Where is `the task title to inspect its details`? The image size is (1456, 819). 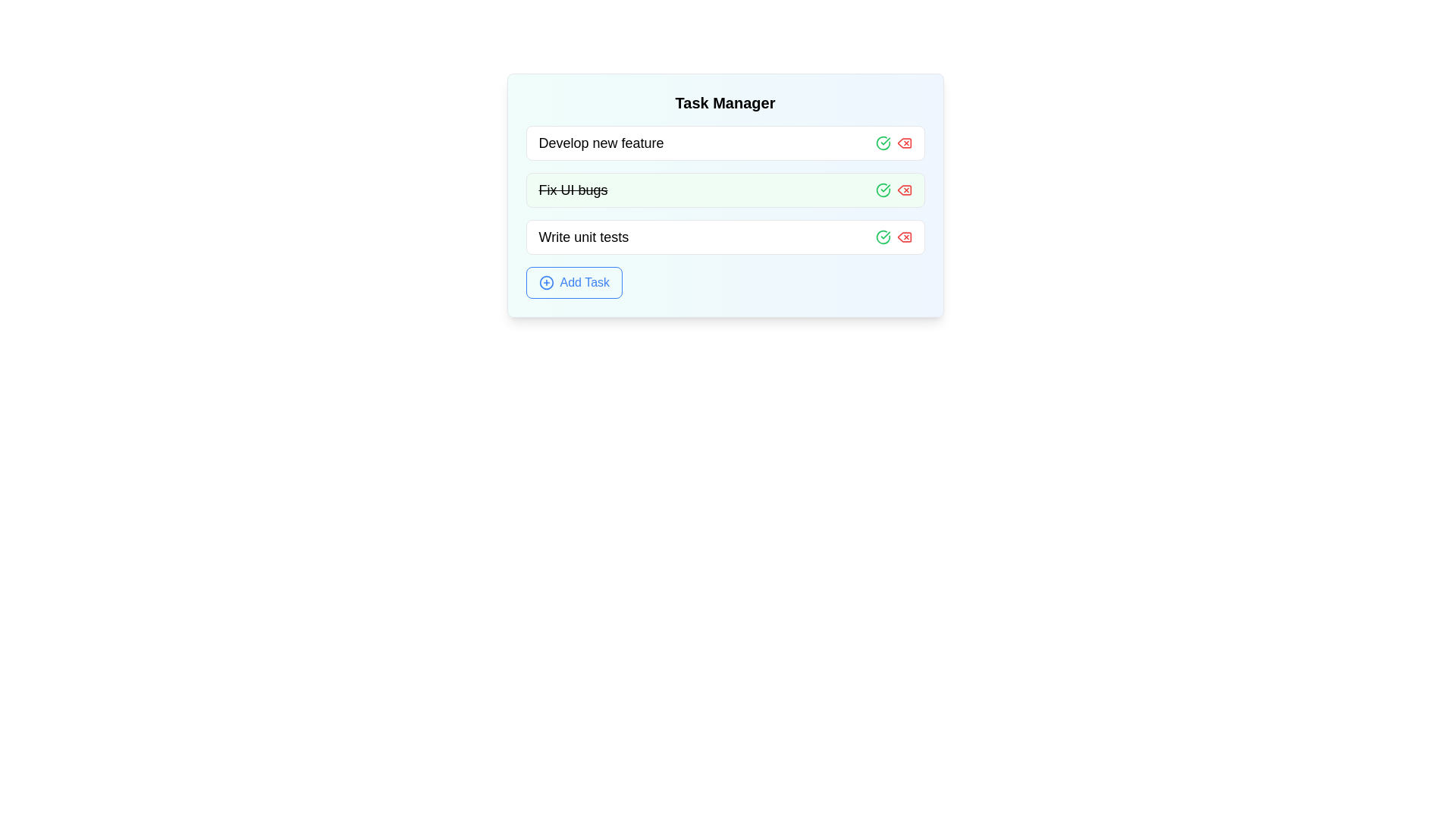 the task title to inspect its details is located at coordinates (600, 143).